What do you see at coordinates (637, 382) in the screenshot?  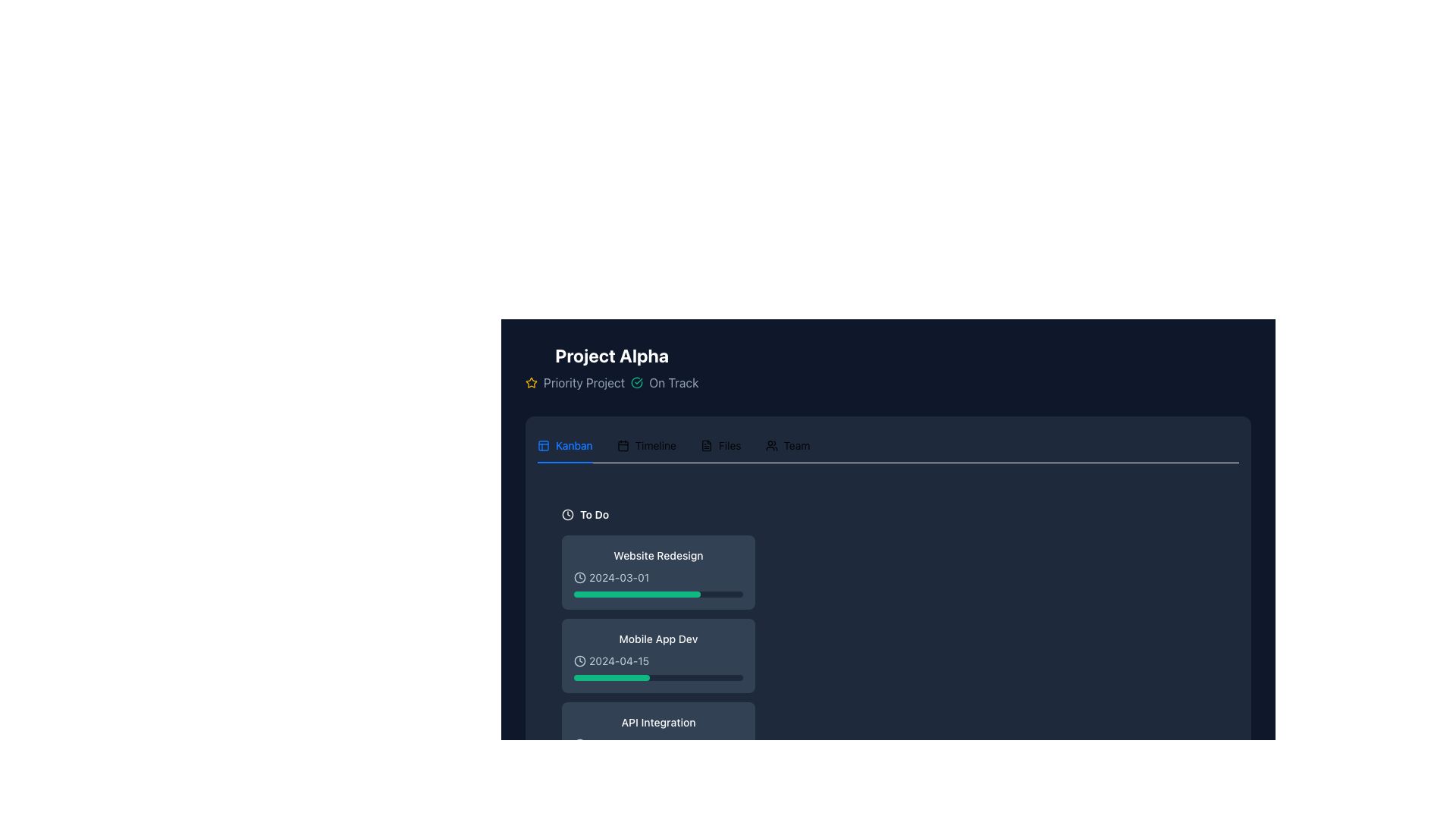 I see `the status represented by the third visual item in the horizontal arrangement of components under the 'Priority Project On Track' text, which is the Indicator Icon indicating a successful status` at bounding box center [637, 382].